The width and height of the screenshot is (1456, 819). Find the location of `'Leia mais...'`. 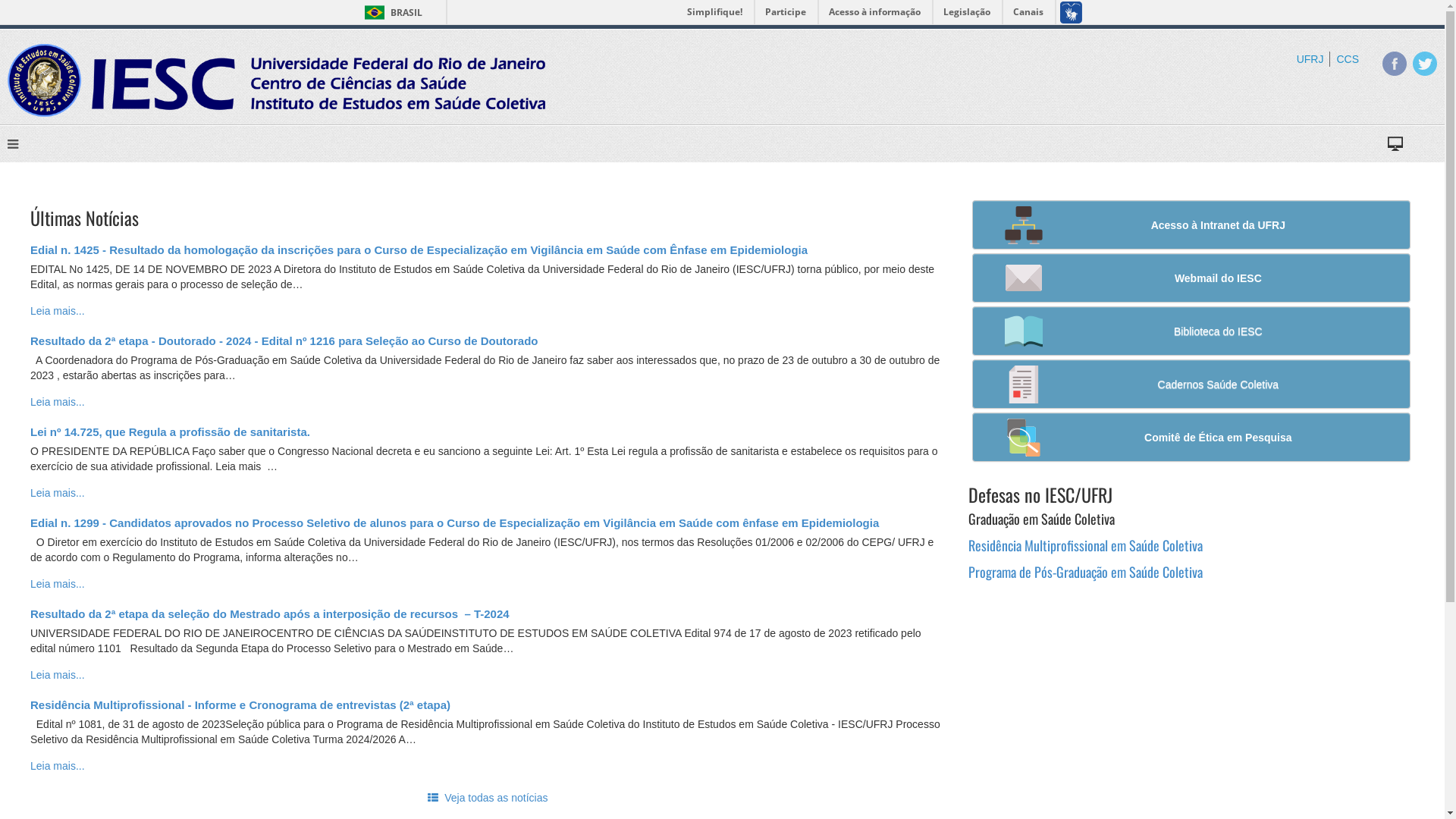

'Leia mais...' is located at coordinates (58, 583).